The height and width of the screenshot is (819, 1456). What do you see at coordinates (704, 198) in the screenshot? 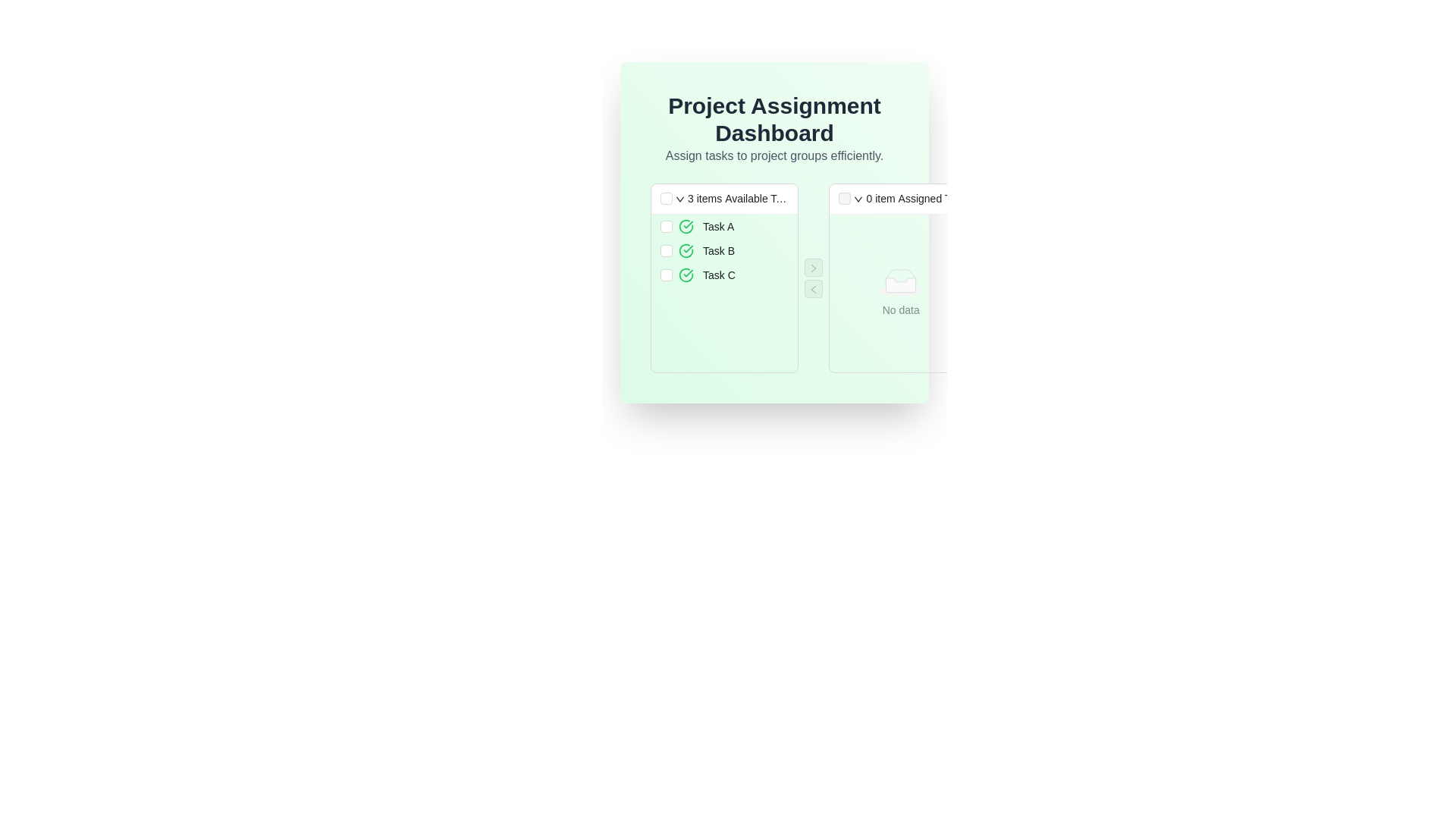
I see `information displayed in the text label that shows '3 items', which is part of the header layout between a checkbox and the text 'Available Tasks'` at bounding box center [704, 198].